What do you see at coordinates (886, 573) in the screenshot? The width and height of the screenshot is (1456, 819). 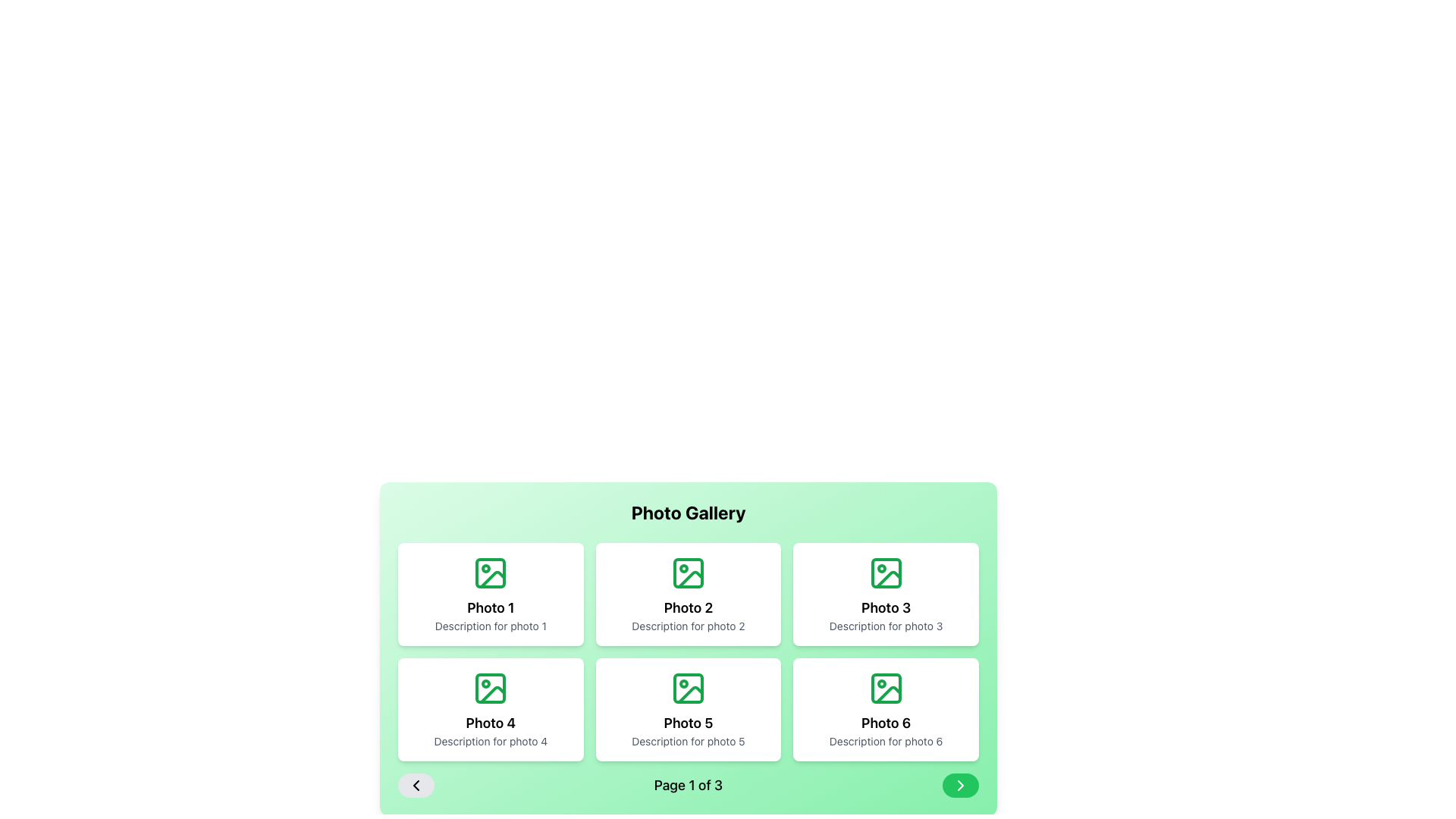 I see `the decorative background rectangle within the 'Photo 3' icon in the top row of the photo gallery` at bounding box center [886, 573].